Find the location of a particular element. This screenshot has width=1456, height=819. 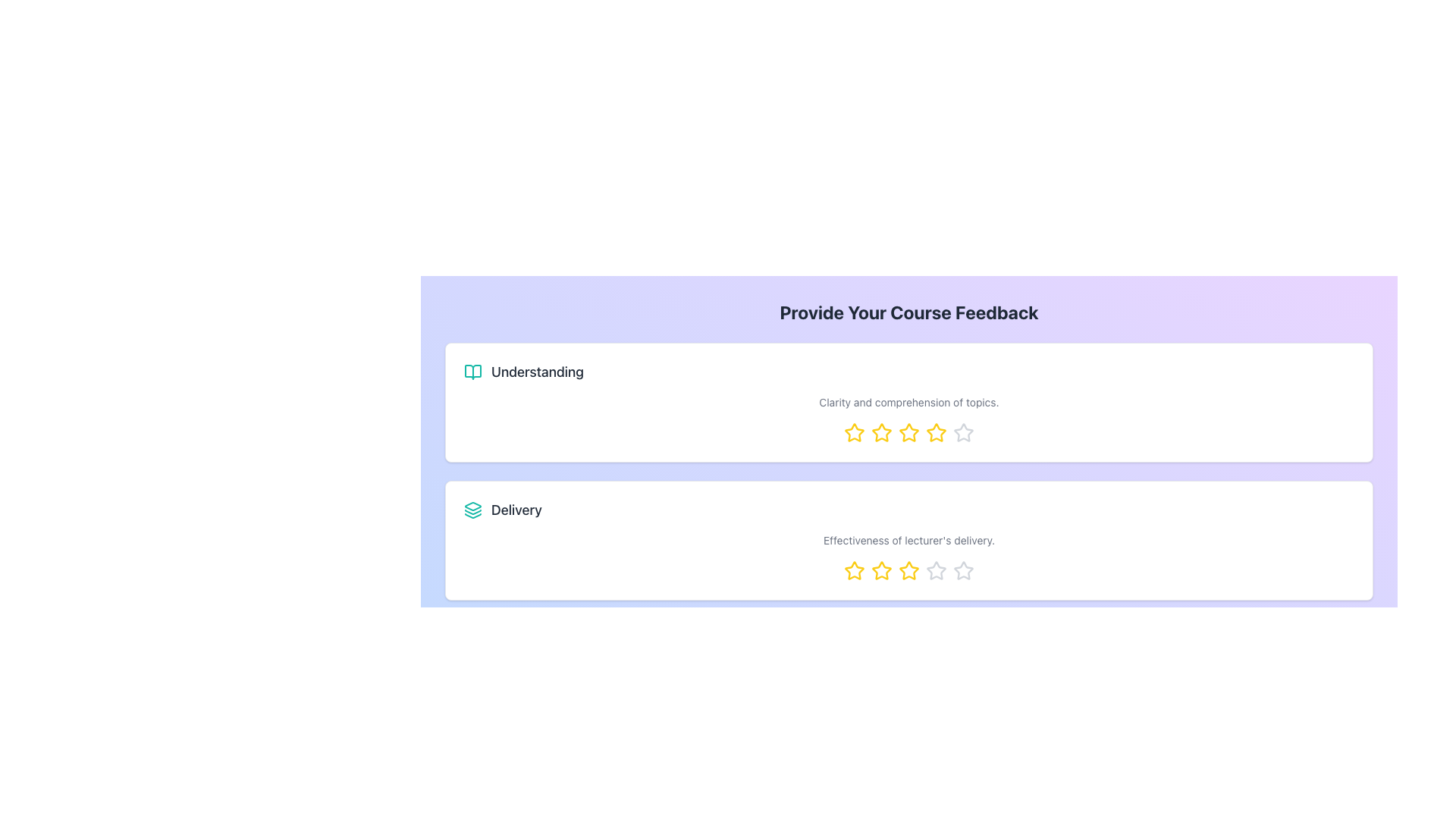

the third yellow rating star with a hollow center in the 'Understanding' section is located at coordinates (881, 432).